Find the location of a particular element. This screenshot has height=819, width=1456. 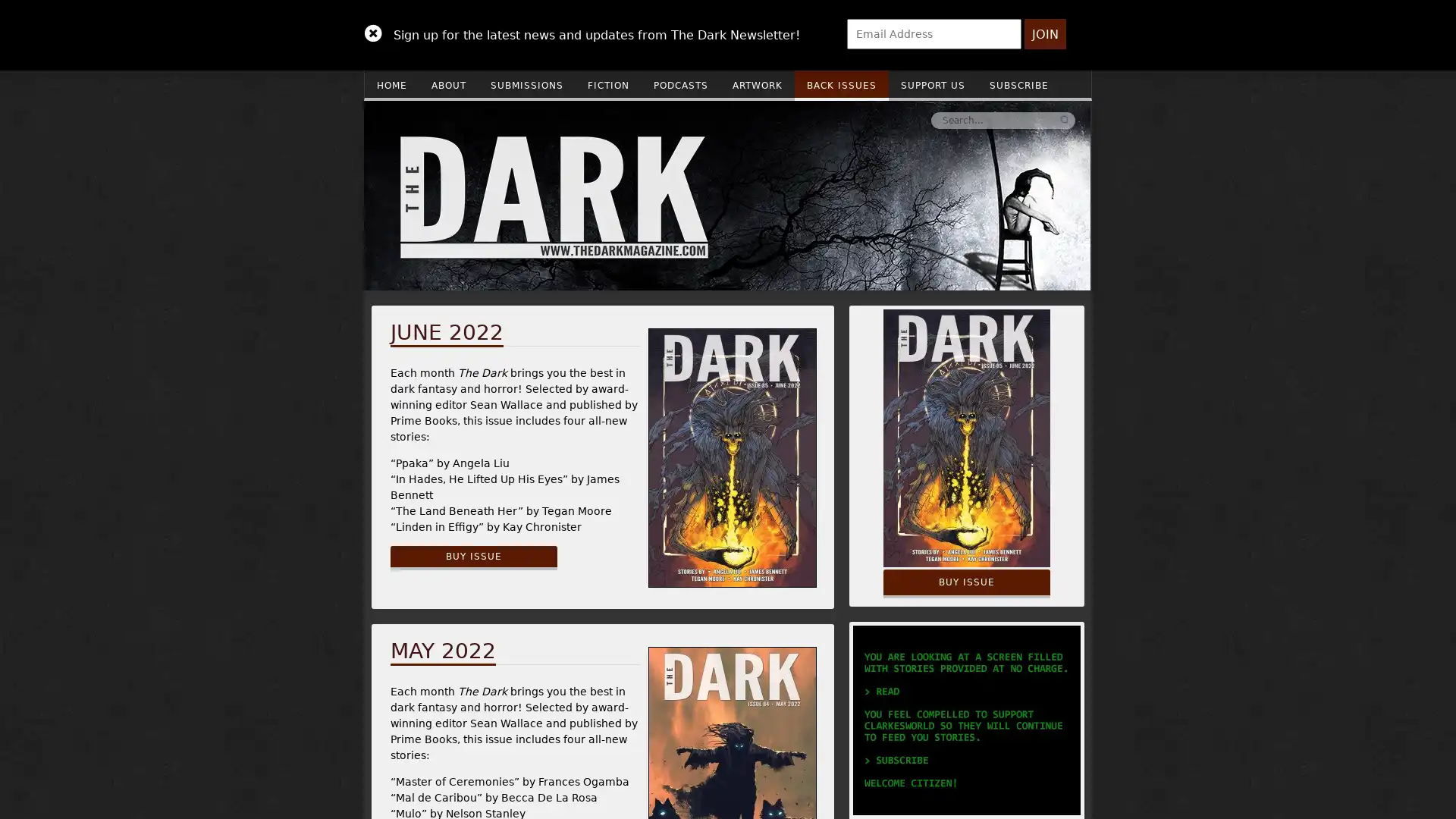

Join is located at coordinates (1044, 34).